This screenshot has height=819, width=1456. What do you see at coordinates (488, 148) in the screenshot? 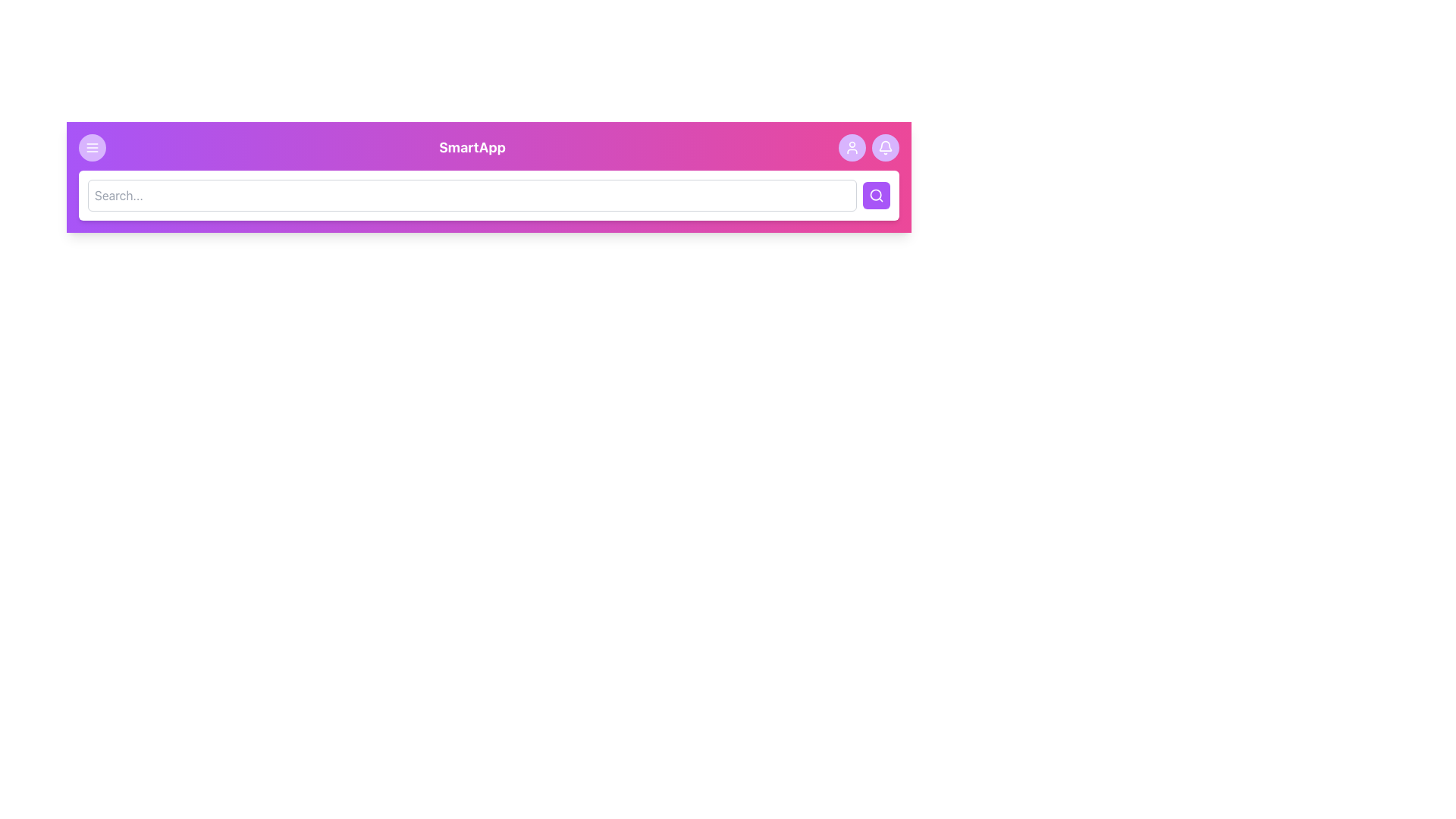
I see `the prominently styled text displaying 'SmartApp' in bold white font centered on a gradient background bar transitioning from purple to pink` at bounding box center [488, 148].